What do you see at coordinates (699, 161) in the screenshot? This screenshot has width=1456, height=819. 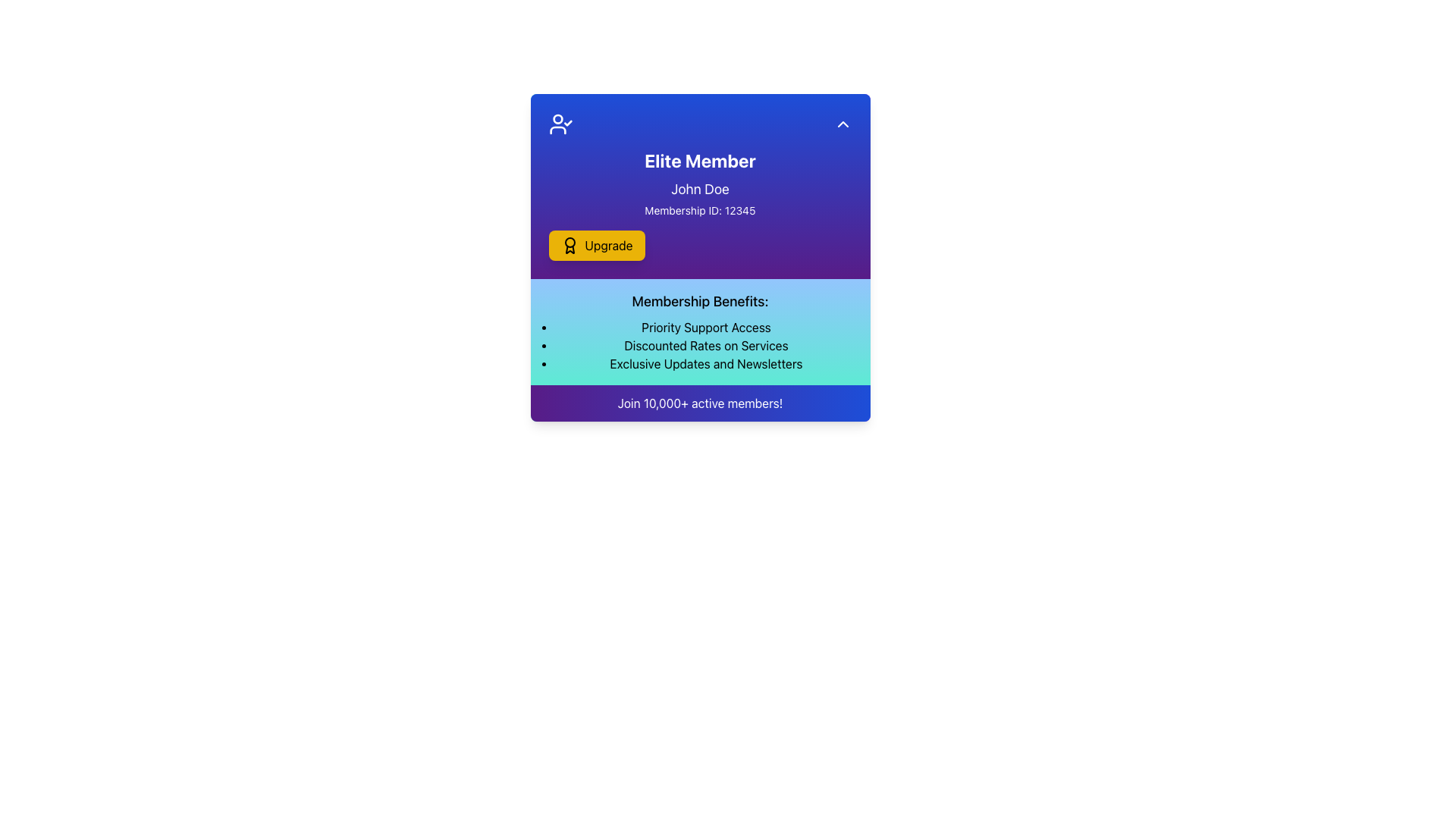 I see `the Text Label indicating the membership level or status, which is located above the 'John Doe' text and beneath an icon in the upper section of the card` at bounding box center [699, 161].